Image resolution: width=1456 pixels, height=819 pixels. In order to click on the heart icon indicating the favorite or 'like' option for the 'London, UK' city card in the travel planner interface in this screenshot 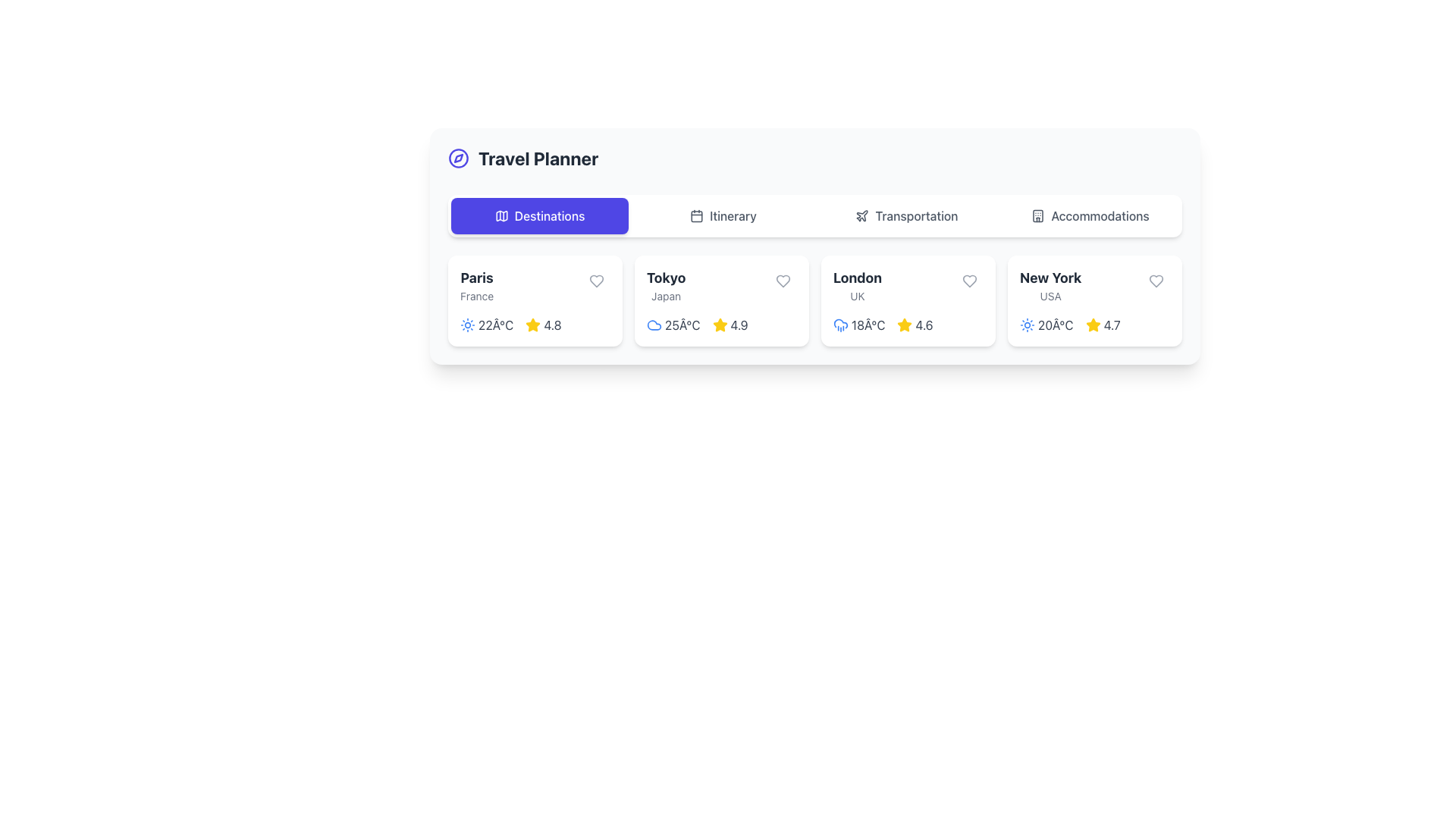, I will do `click(968, 281)`.